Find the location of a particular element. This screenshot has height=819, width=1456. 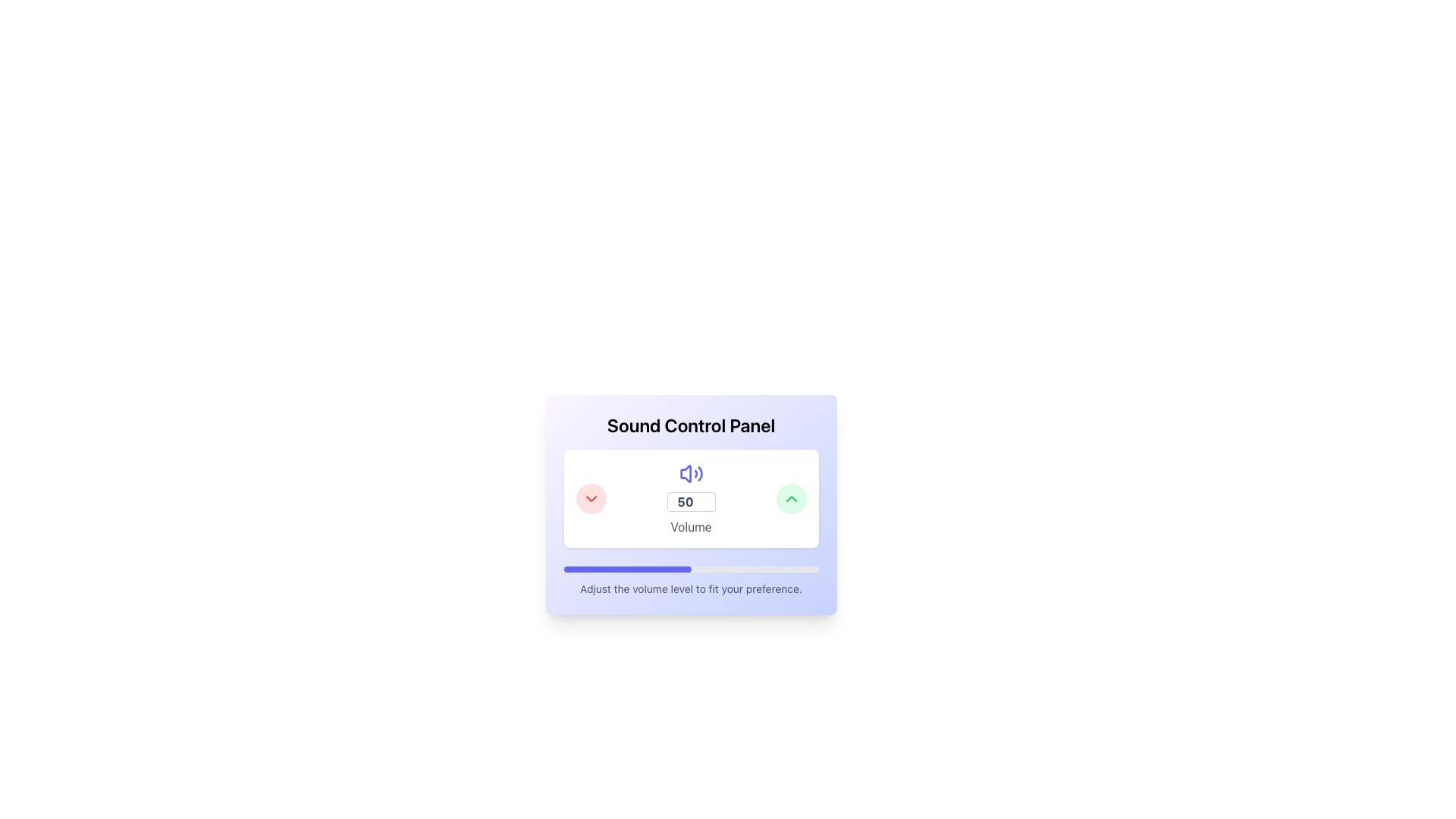

the thin, curved line resembling a sound wave, which is the third and farthest to the right among three wave-like lines emanating from the speaker icon is located at coordinates (699, 472).